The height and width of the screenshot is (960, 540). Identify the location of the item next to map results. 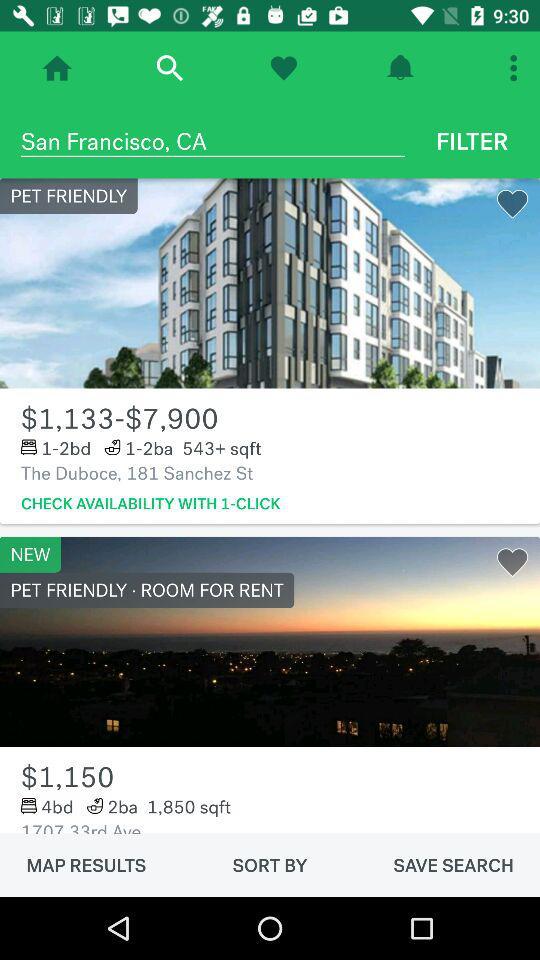
(270, 864).